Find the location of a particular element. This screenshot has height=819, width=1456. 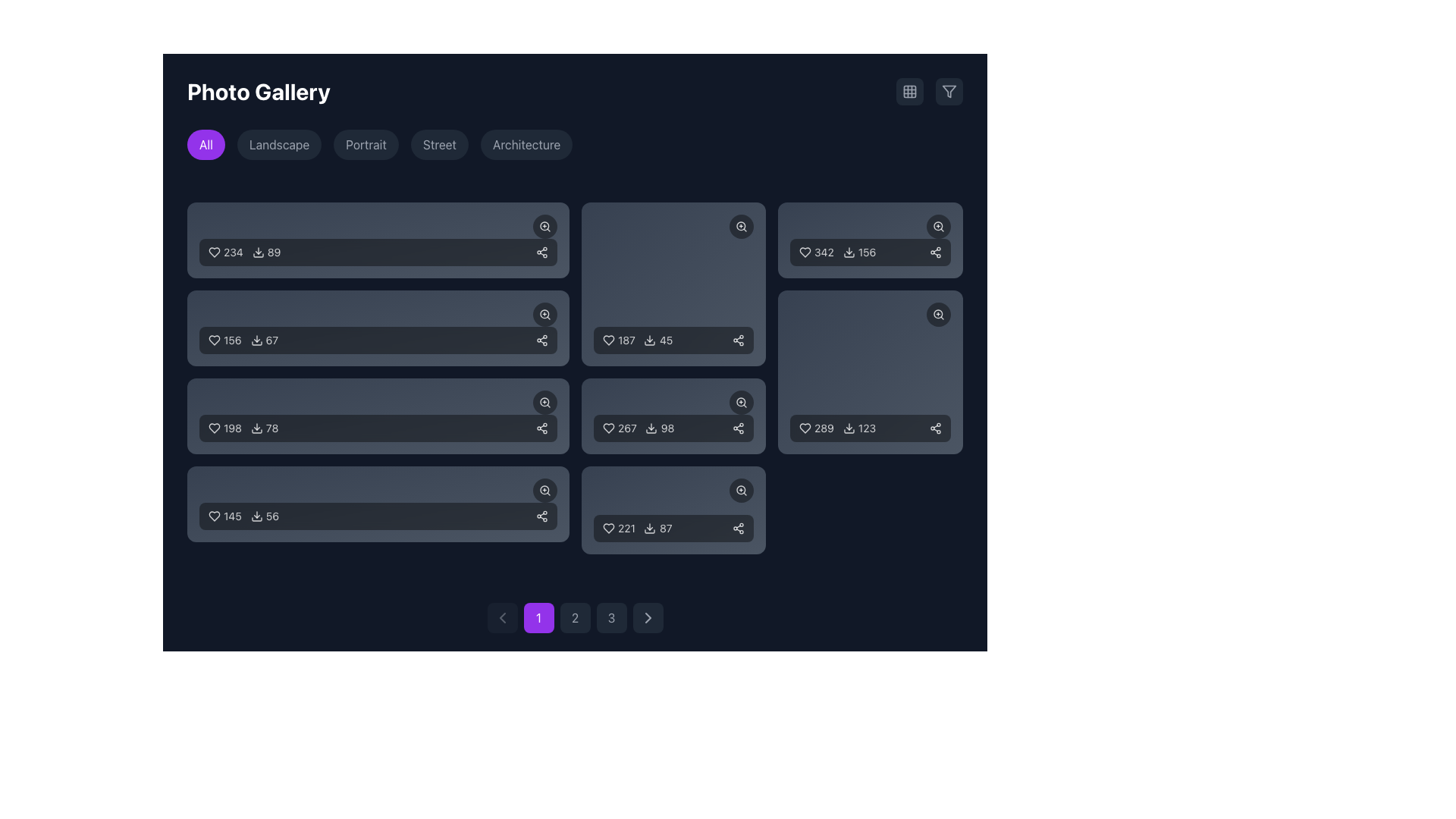

the circular button with bold white text stating '1' on a purple background is located at coordinates (538, 617).